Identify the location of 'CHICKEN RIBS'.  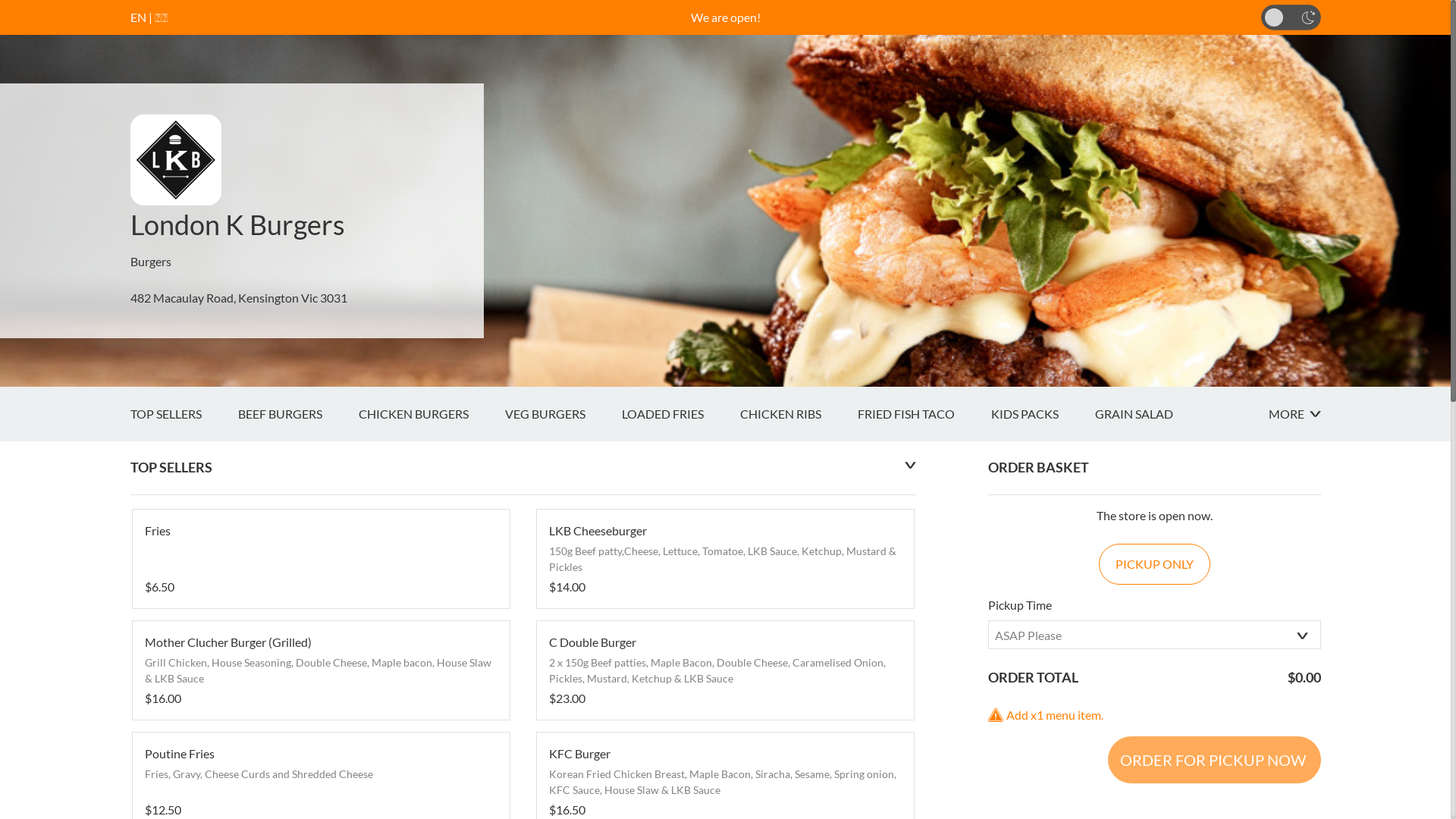
(798, 414).